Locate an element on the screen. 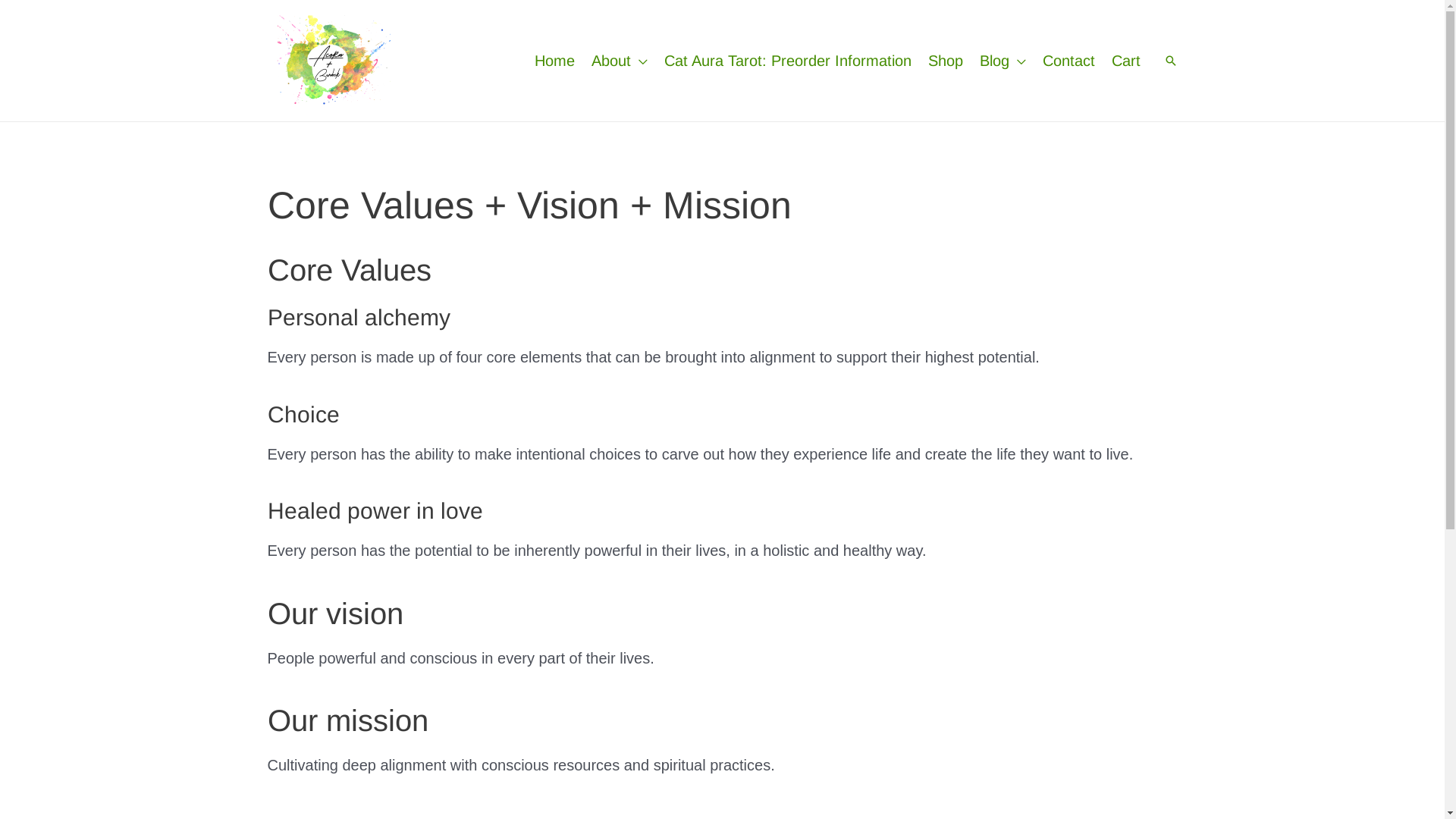 The image size is (1456, 819). 'Home' is located at coordinates (554, 60).